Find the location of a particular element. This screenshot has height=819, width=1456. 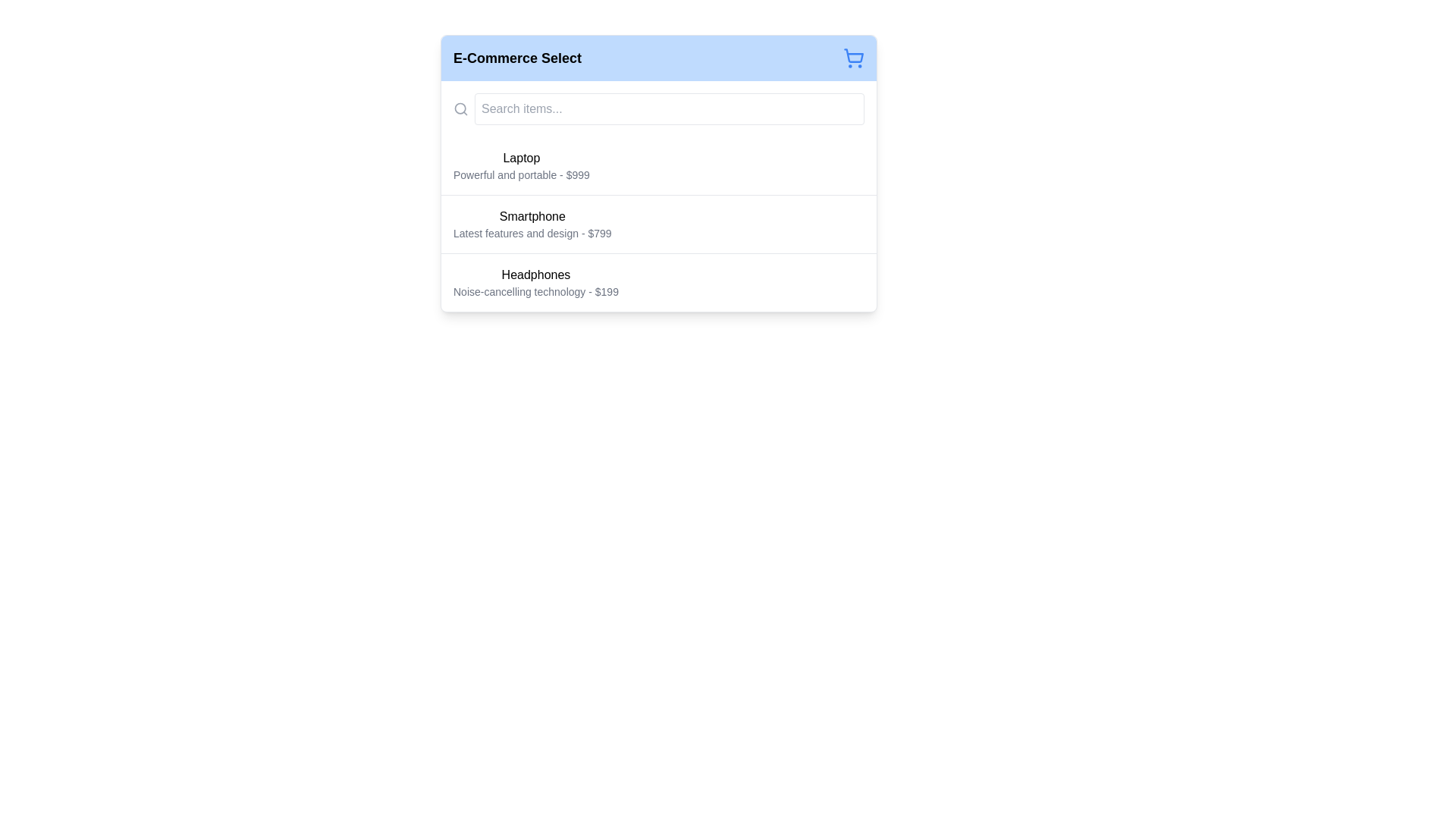

the topmost product list item displaying 'Laptop' is located at coordinates (521, 166).